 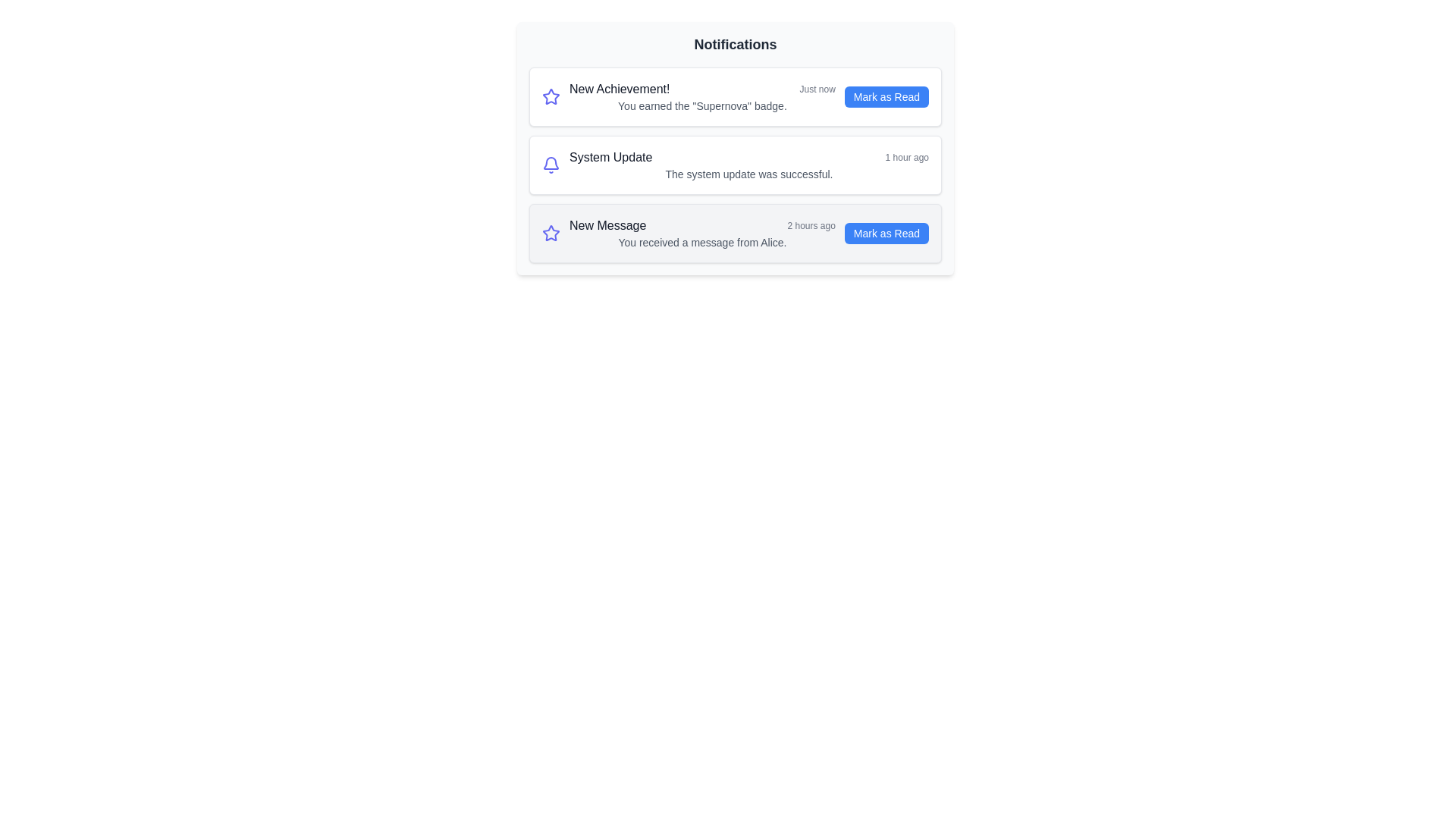 What do you see at coordinates (550, 96) in the screenshot?
I see `the indigo five-pointed star icon used to symbolize favorites or ratings within the 'New Message' notification row` at bounding box center [550, 96].